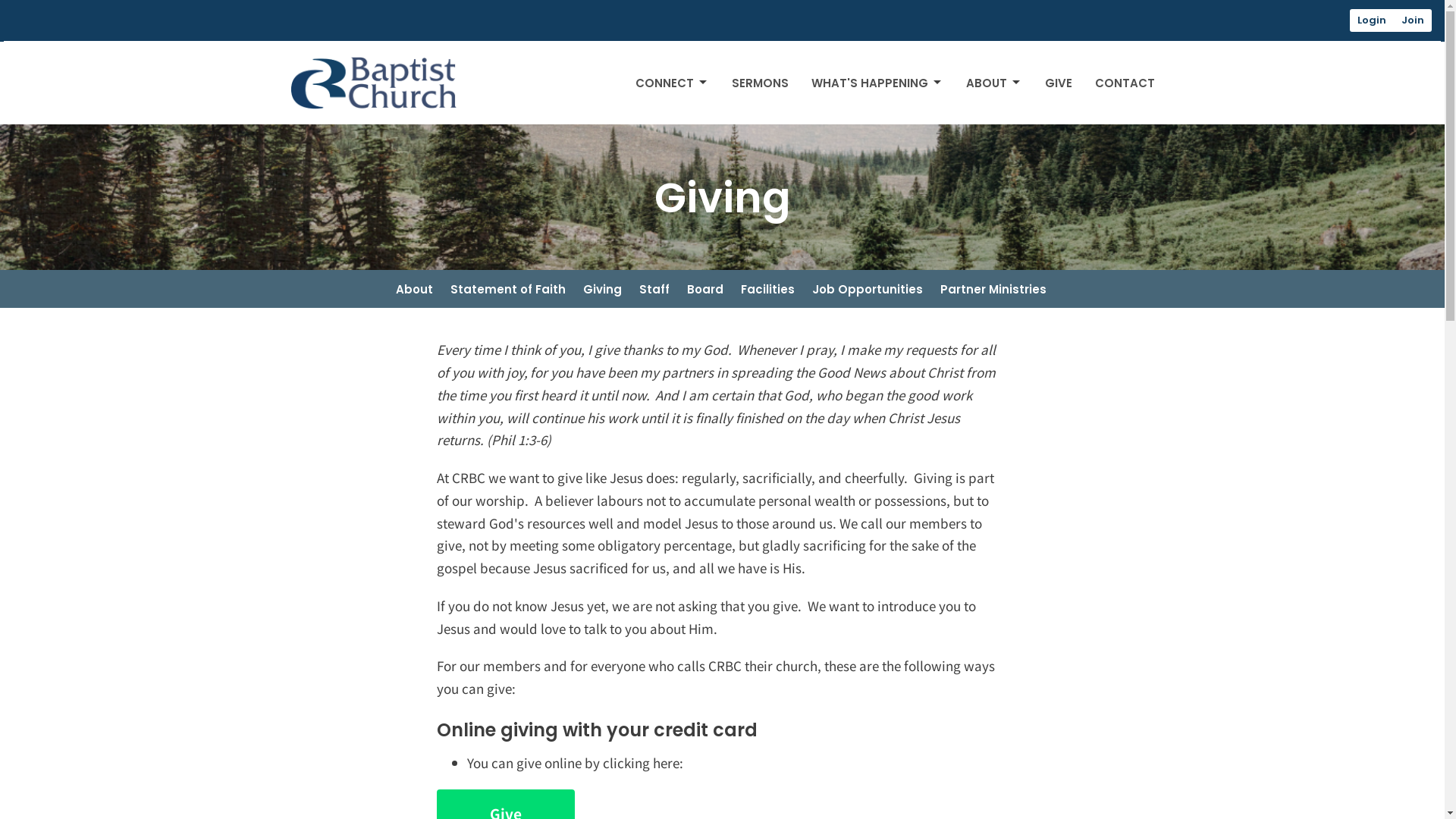 The height and width of the screenshot is (819, 1456). Describe the element at coordinates (866, 289) in the screenshot. I see `'Job Opportunities'` at that location.